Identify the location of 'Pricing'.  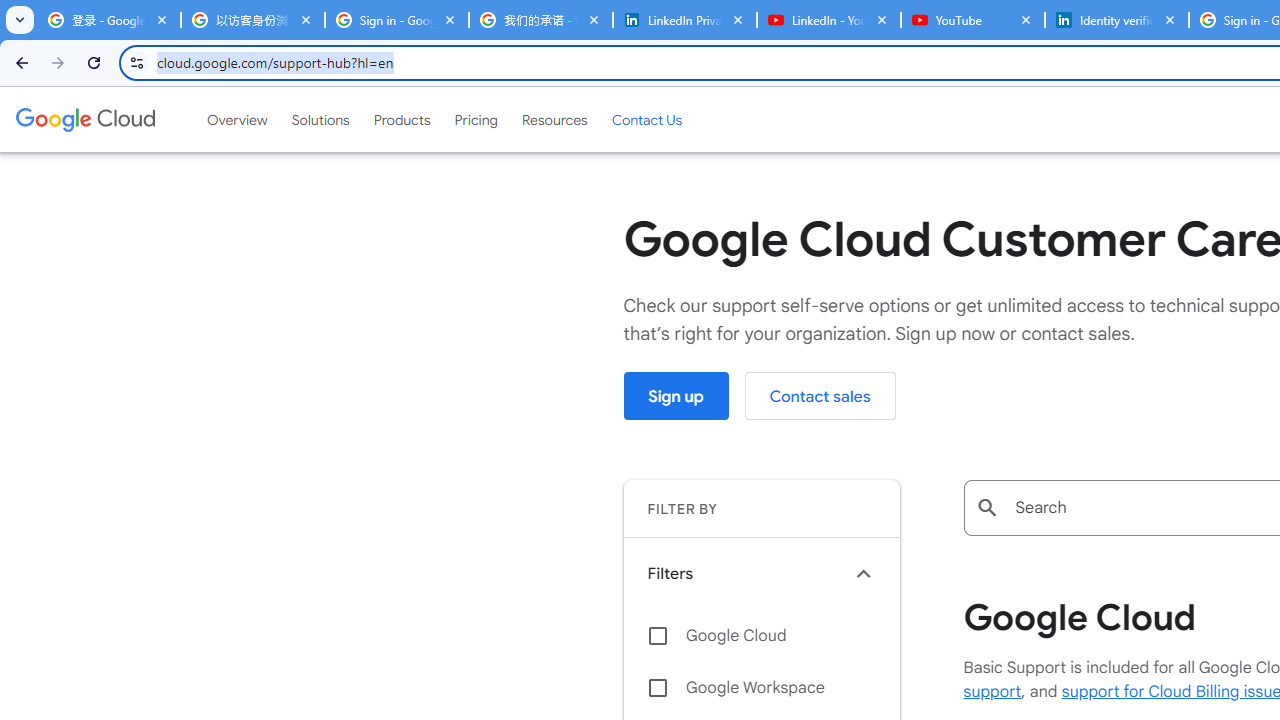
(475, 119).